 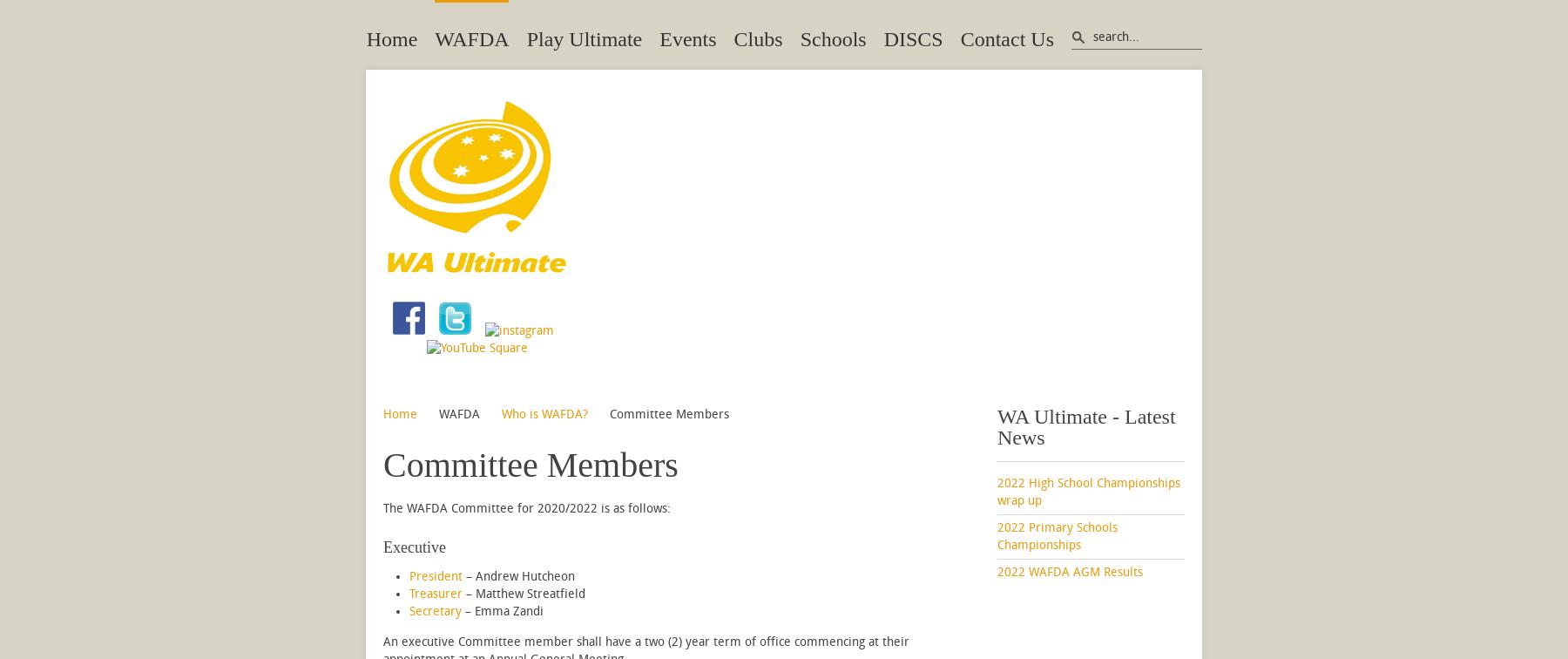 What do you see at coordinates (435, 594) in the screenshot?
I see `'Treasurer'` at bounding box center [435, 594].